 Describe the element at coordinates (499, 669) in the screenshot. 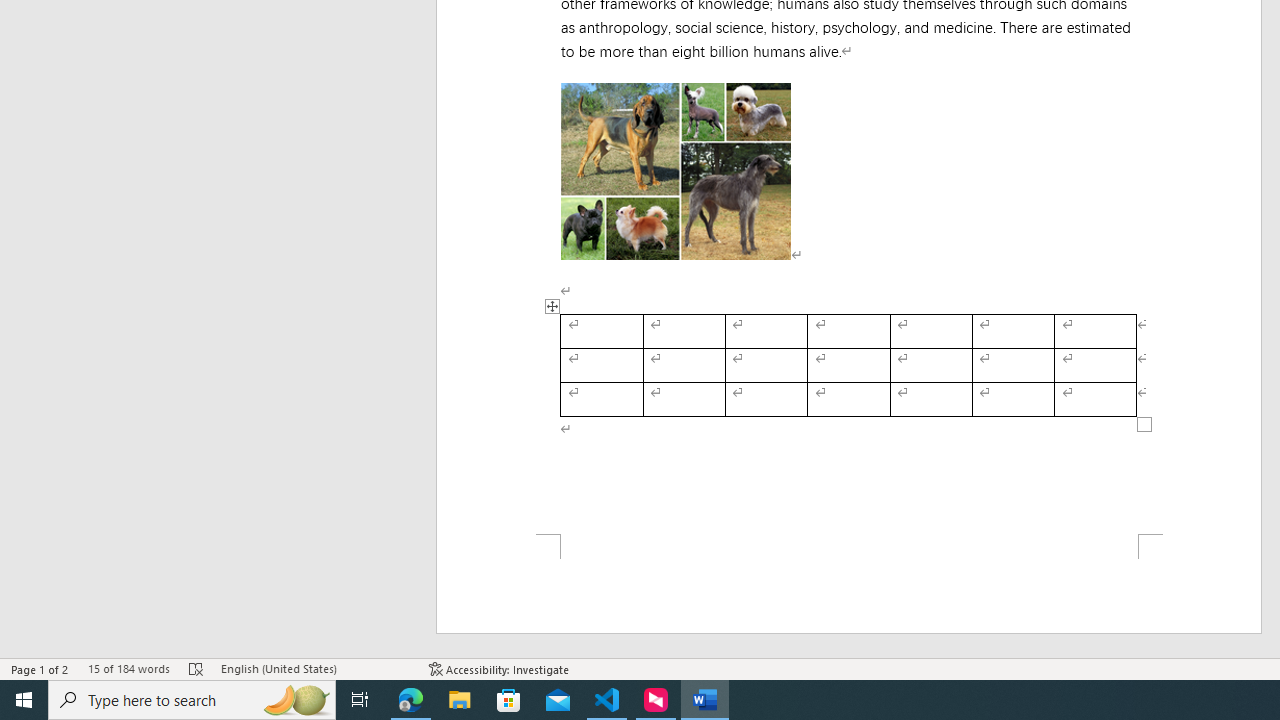

I see `'Accessibility Checker Accessibility: Investigate'` at that location.